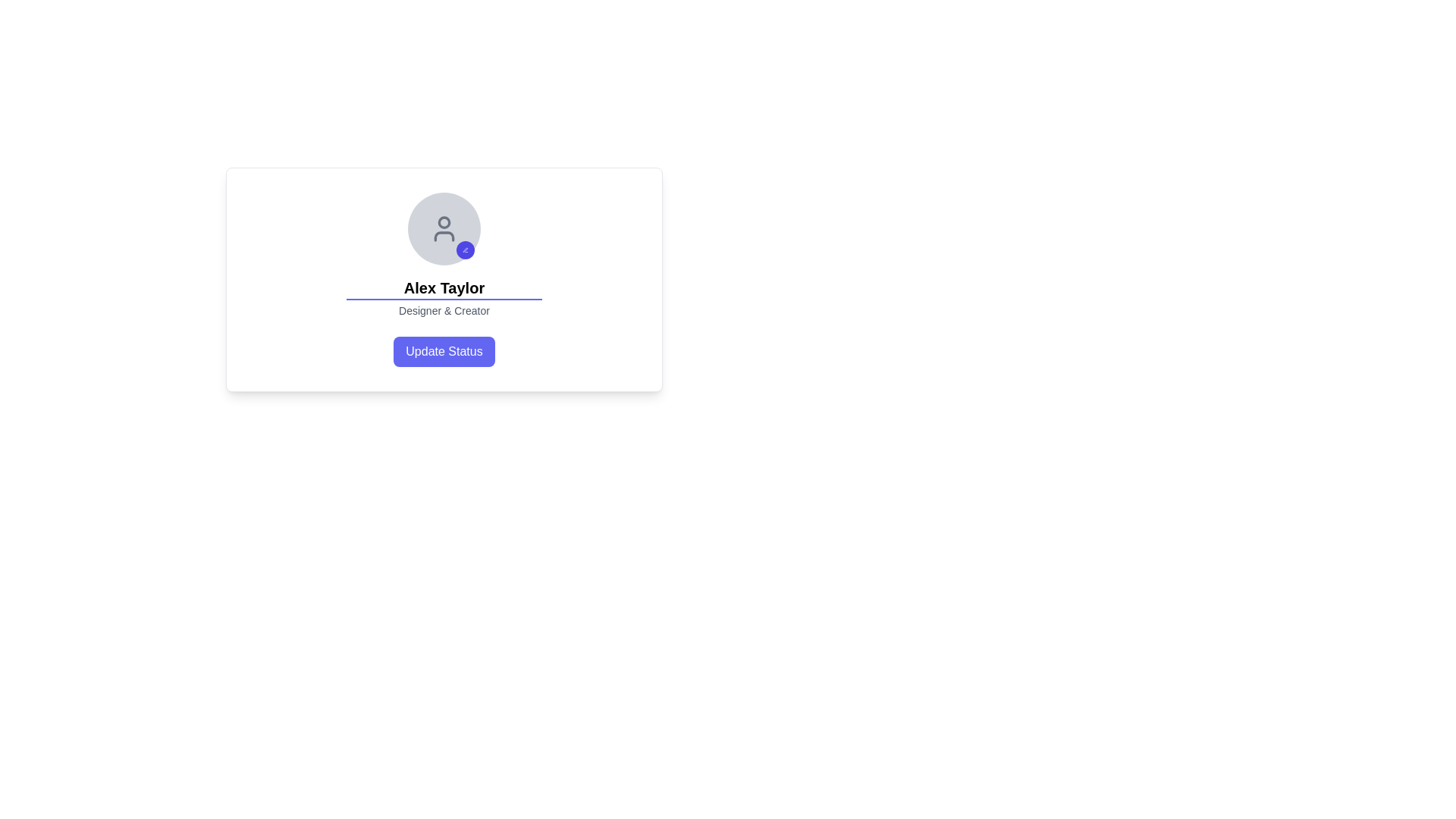  What do you see at coordinates (465, 249) in the screenshot?
I see `the small circular button with a blue background and white pen icon located at the lower right corner of the avatar display to initiate editing` at bounding box center [465, 249].